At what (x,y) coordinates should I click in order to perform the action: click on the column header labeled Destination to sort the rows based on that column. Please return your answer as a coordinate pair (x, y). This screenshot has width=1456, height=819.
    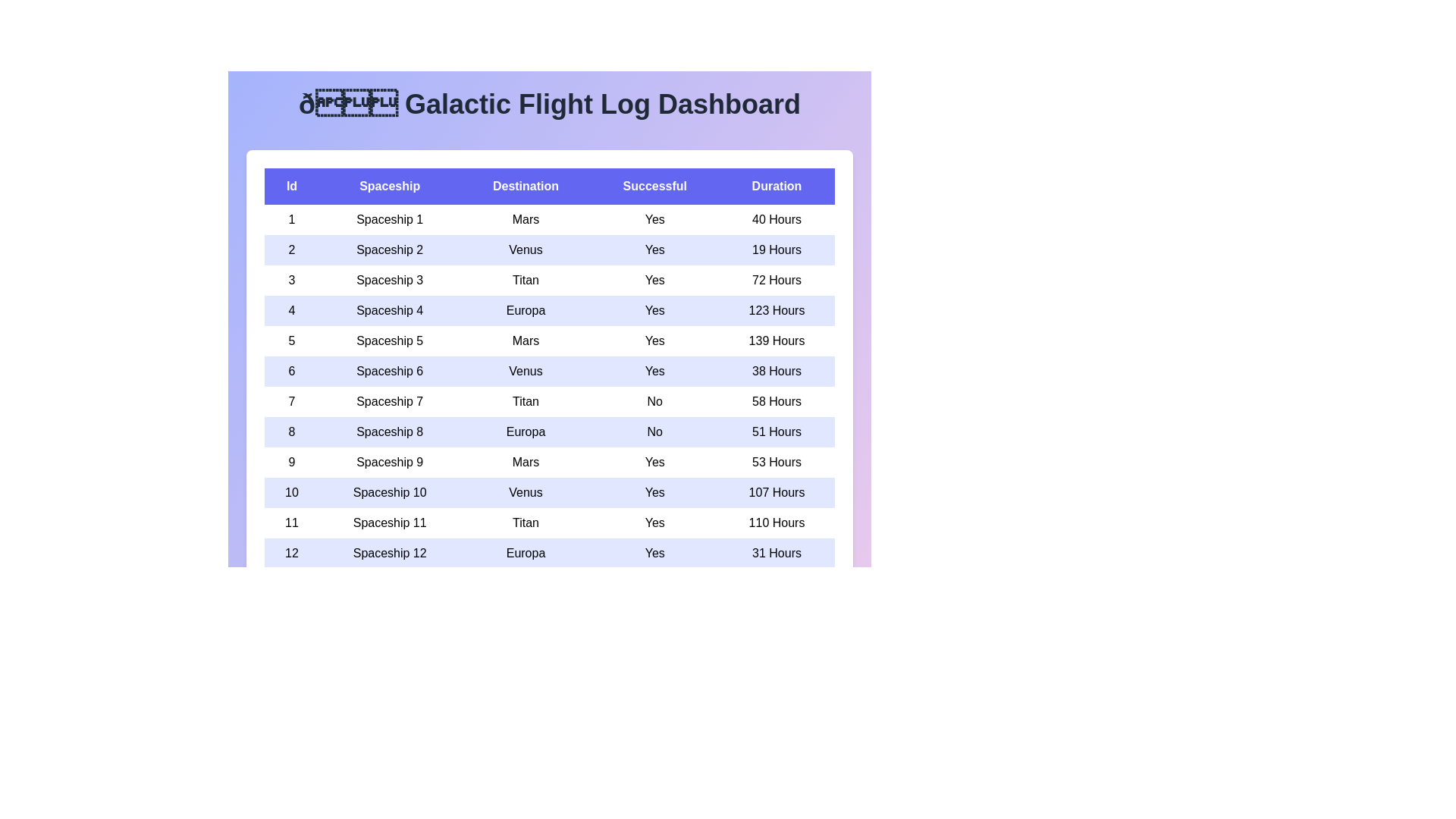
    Looking at the image, I should click on (526, 186).